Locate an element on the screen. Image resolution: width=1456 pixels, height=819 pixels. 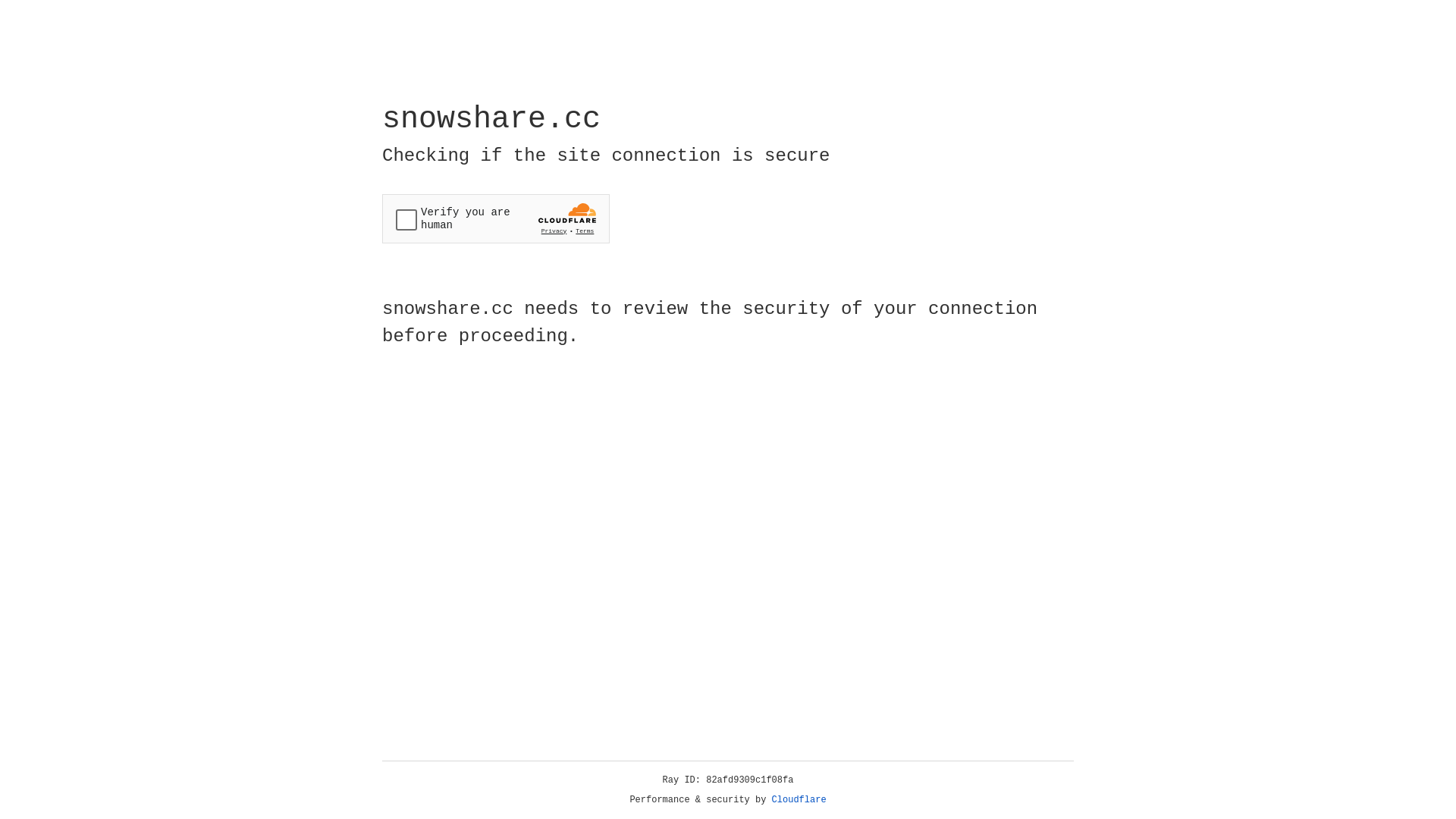
'Widget containing a Cloudflare security challenge' is located at coordinates (495, 218).